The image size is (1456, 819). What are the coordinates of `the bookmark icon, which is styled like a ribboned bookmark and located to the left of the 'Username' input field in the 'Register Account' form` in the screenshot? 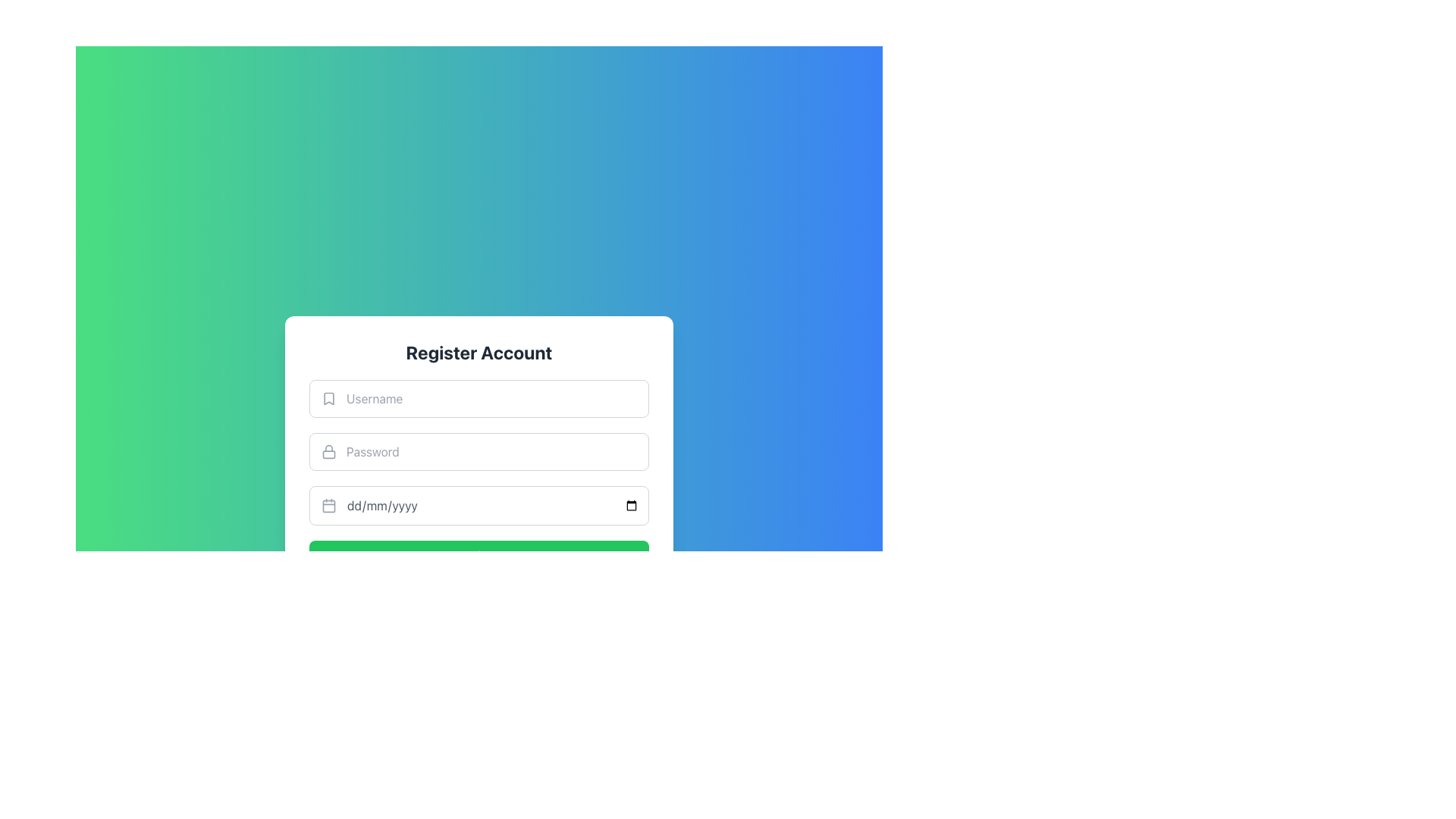 It's located at (328, 397).